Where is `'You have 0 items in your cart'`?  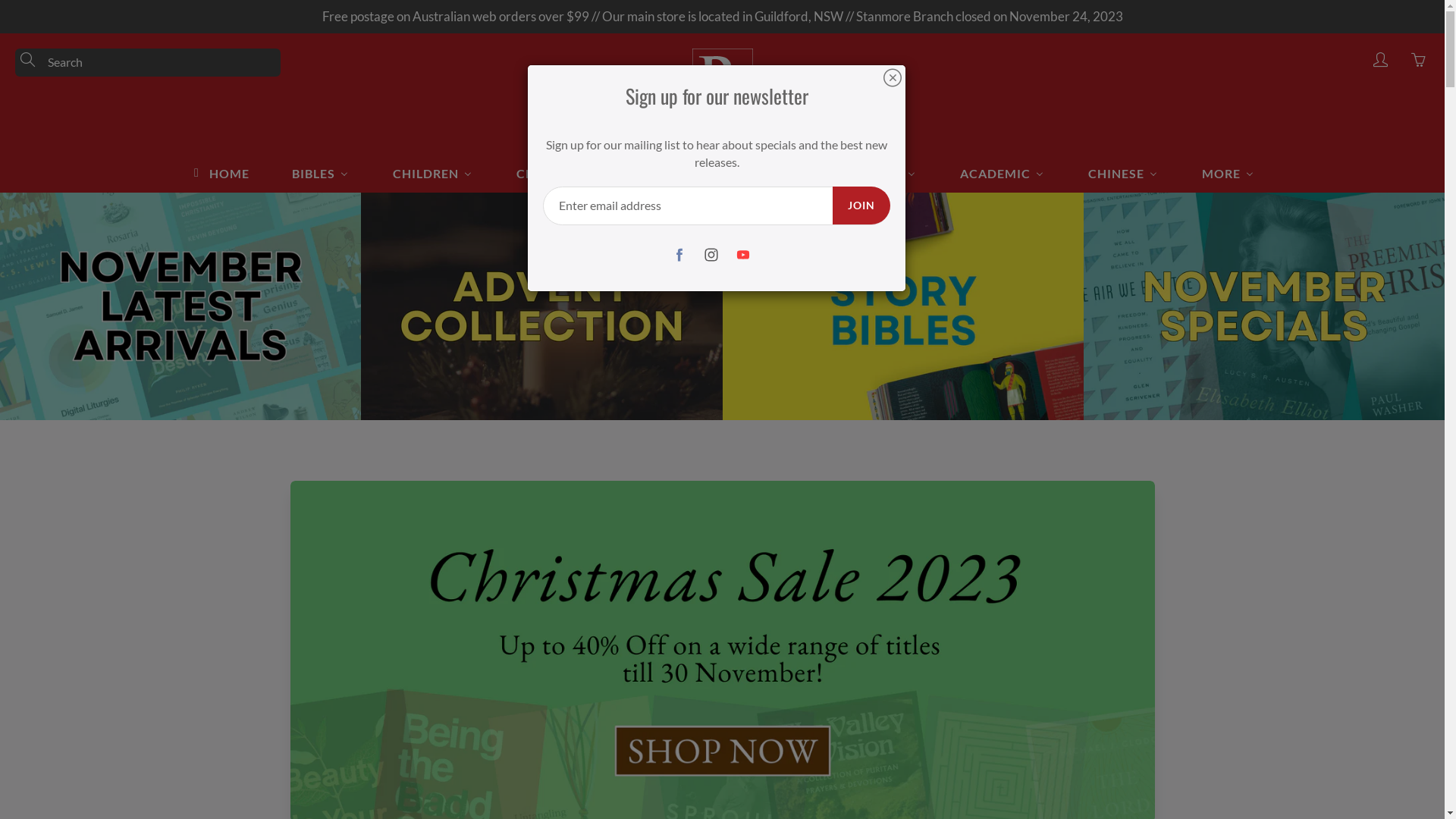
'You have 0 items in your cart' is located at coordinates (1417, 58).